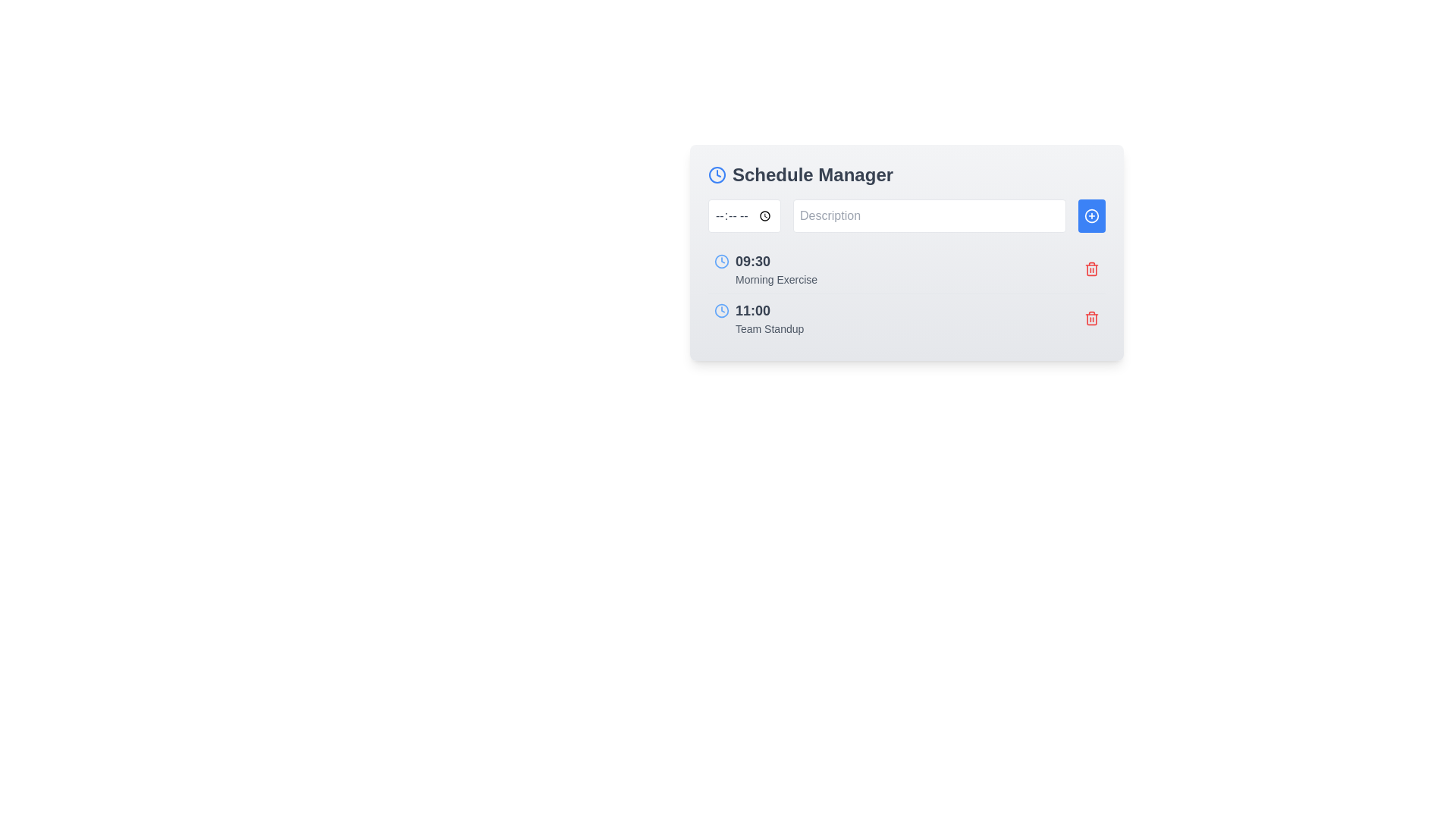 The width and height of the screenshot is (1456, 819). Describe the element at coordinates (716, 174) in the screenshot. I see `the clock icon with a blue circular border located to the left of the 'Schedule Manager' text in the header area` at that location.